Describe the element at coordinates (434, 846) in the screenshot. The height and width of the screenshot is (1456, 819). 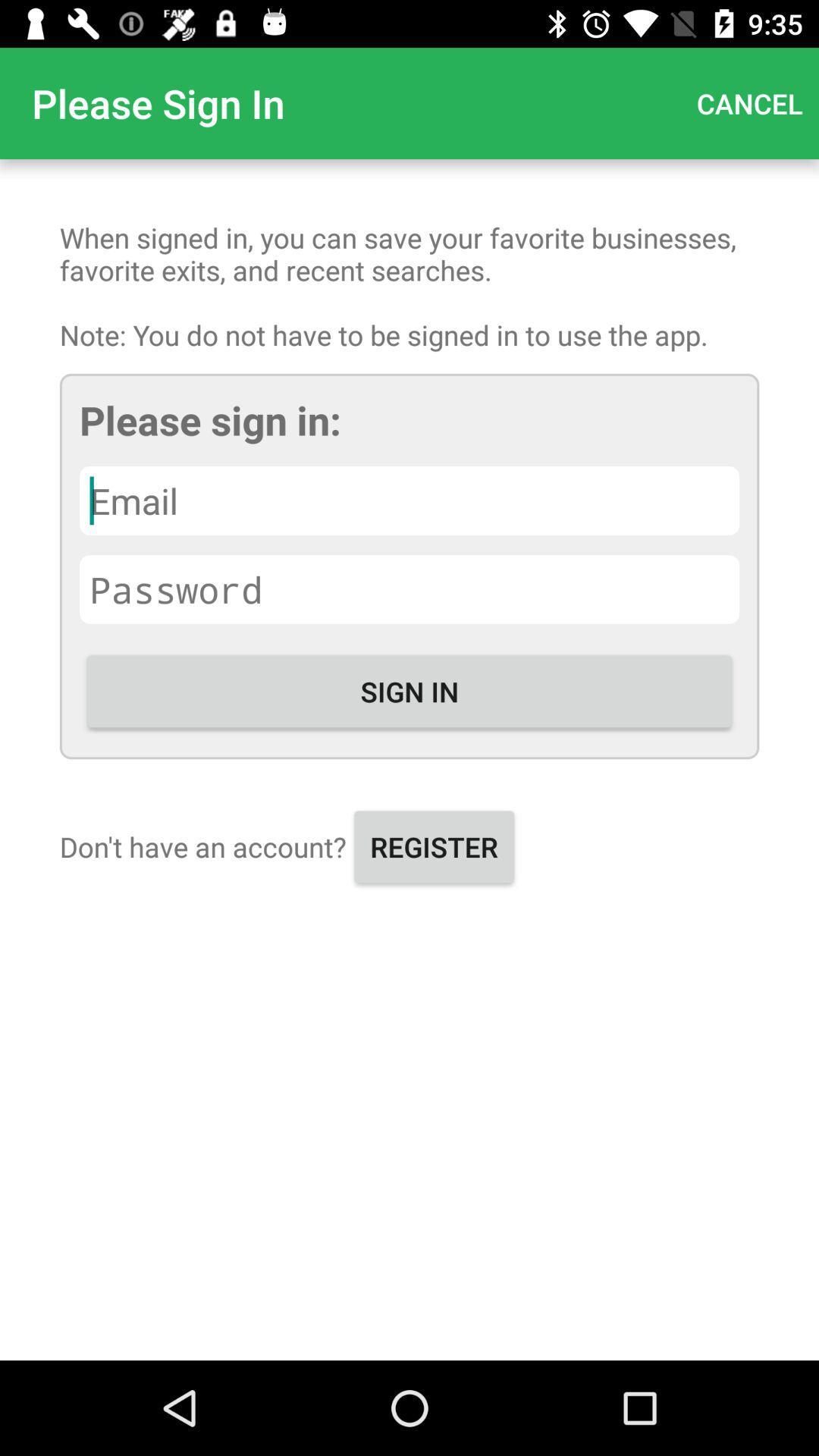
I see `register icon` at that location.